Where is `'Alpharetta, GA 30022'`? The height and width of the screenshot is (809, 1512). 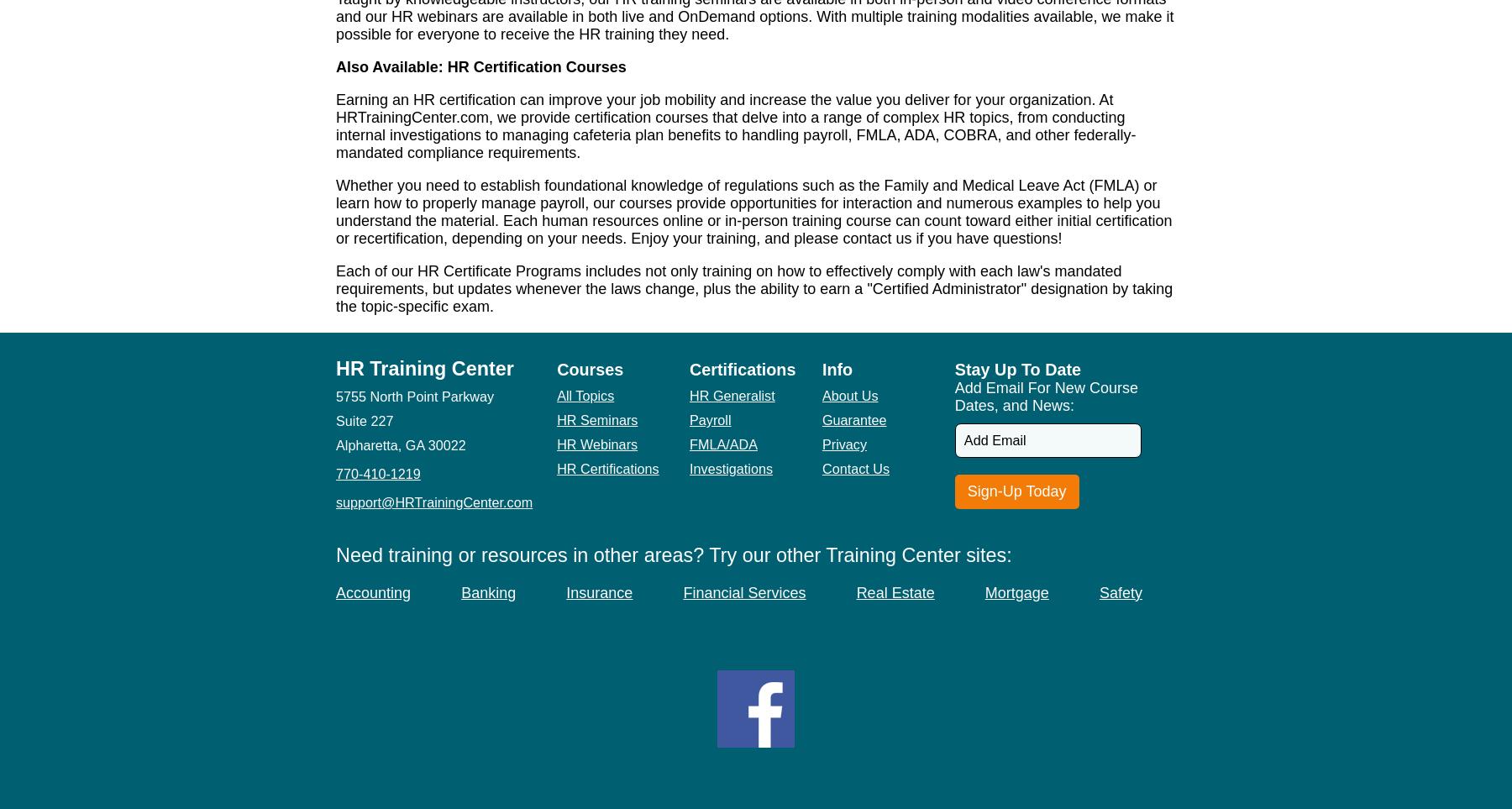 'Alpharetta, GA 30022' is located at coordinates (400, 444).